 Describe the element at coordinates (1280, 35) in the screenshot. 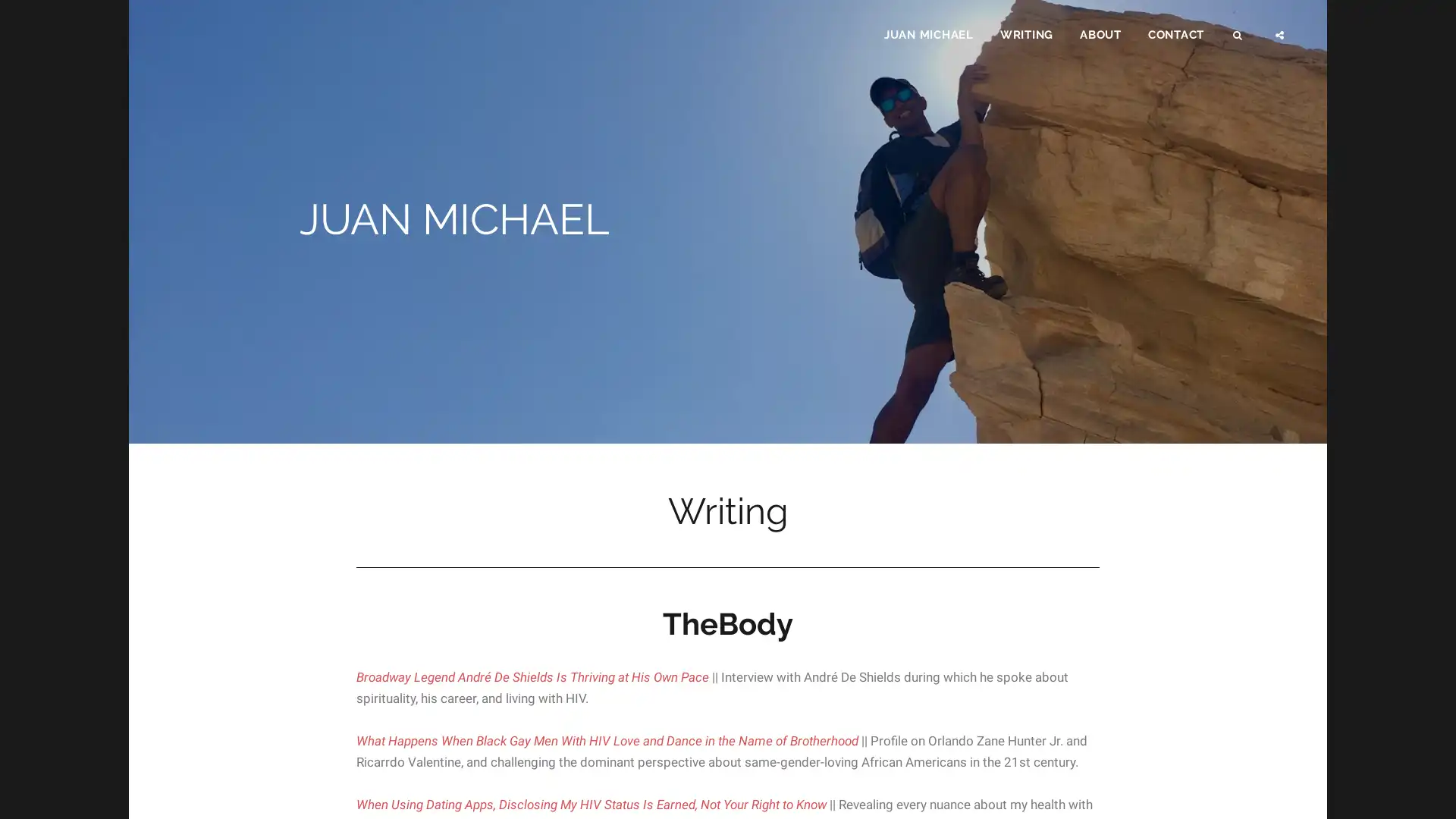

I see `SOCIAL MENU` at that location.